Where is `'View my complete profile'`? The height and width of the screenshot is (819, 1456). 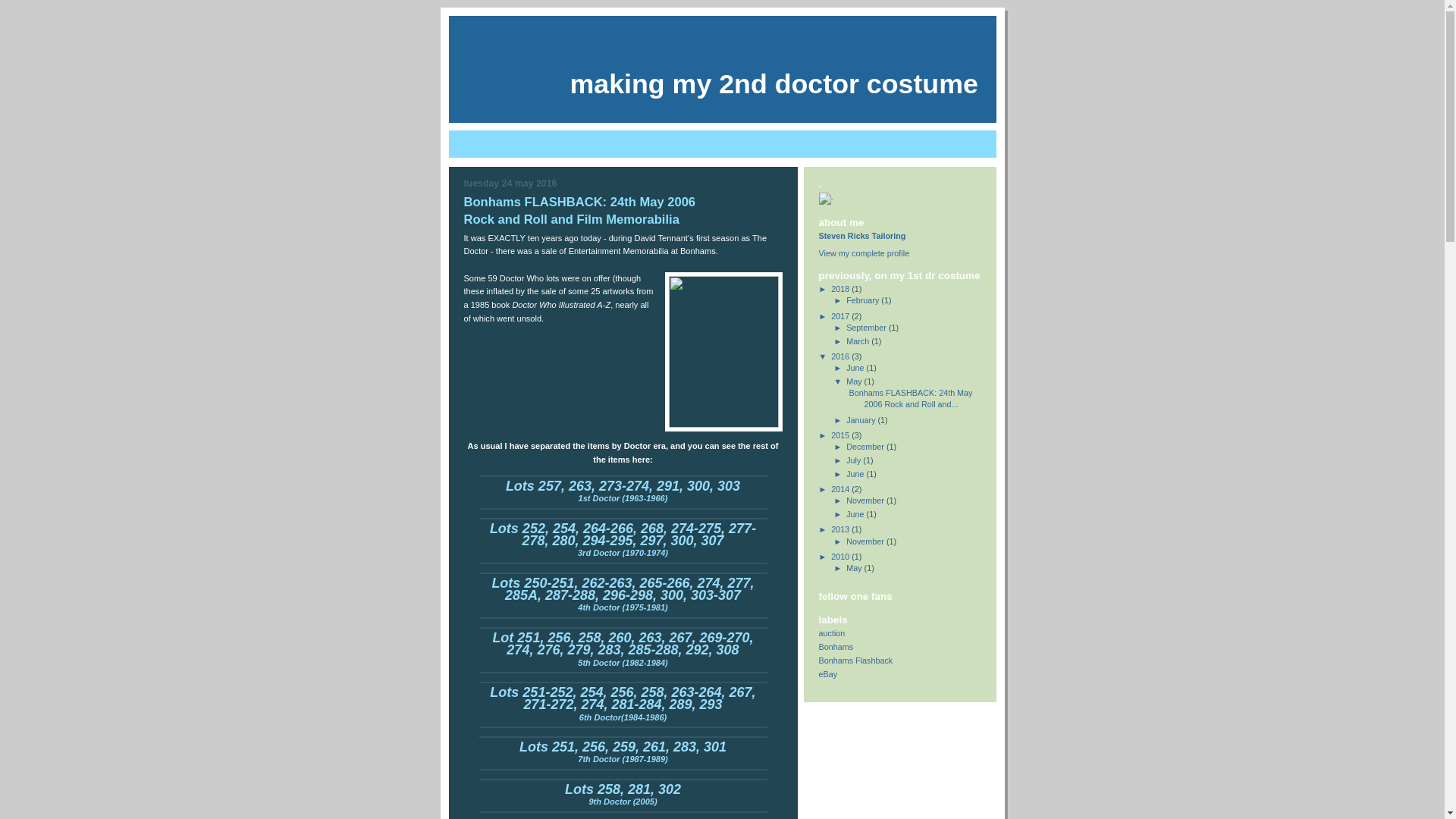 'View my complete profile' is located at coordinates (864, 253).